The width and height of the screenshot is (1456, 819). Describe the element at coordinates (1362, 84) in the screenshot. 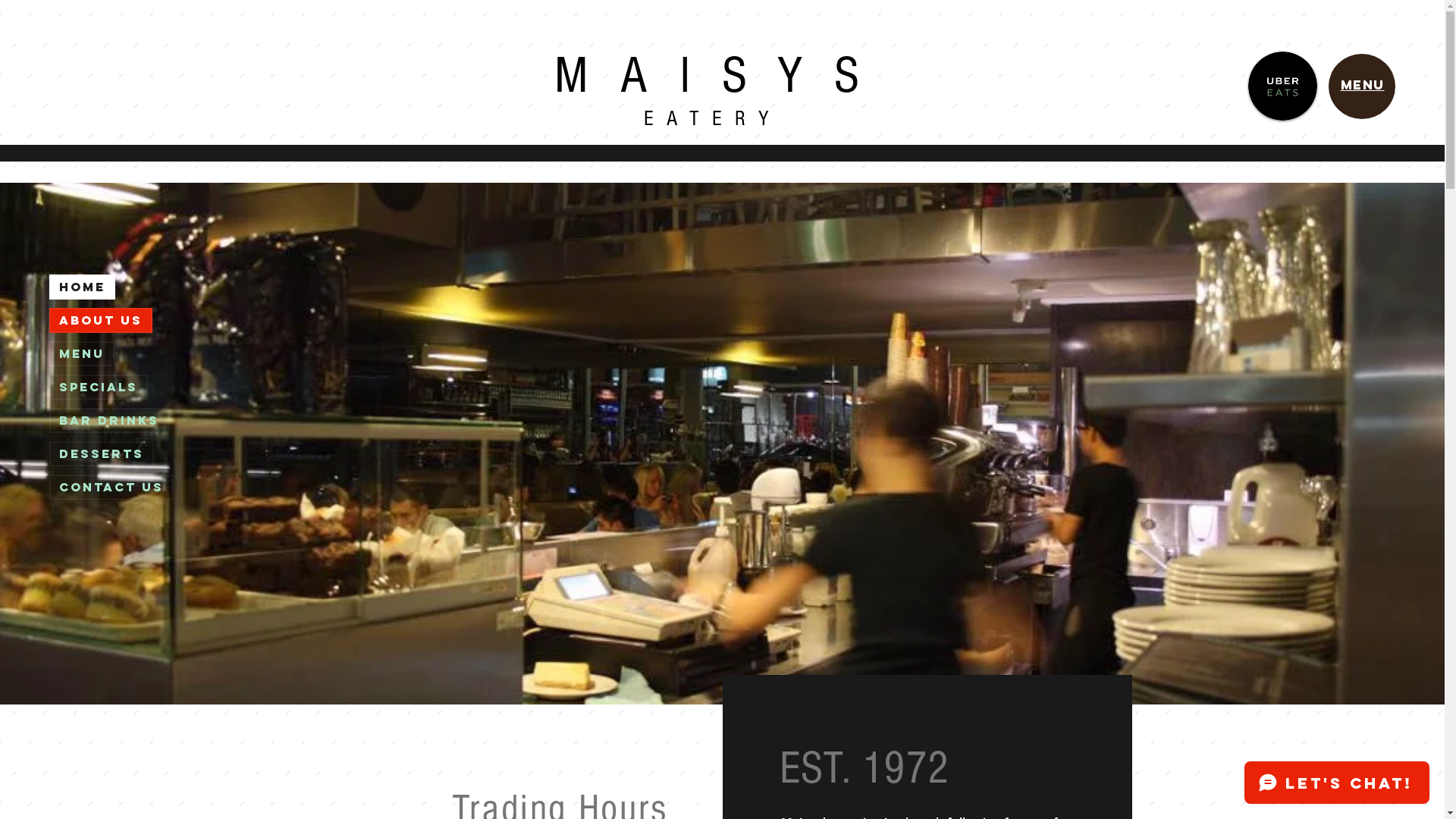

I see `'MENU'` at that location.